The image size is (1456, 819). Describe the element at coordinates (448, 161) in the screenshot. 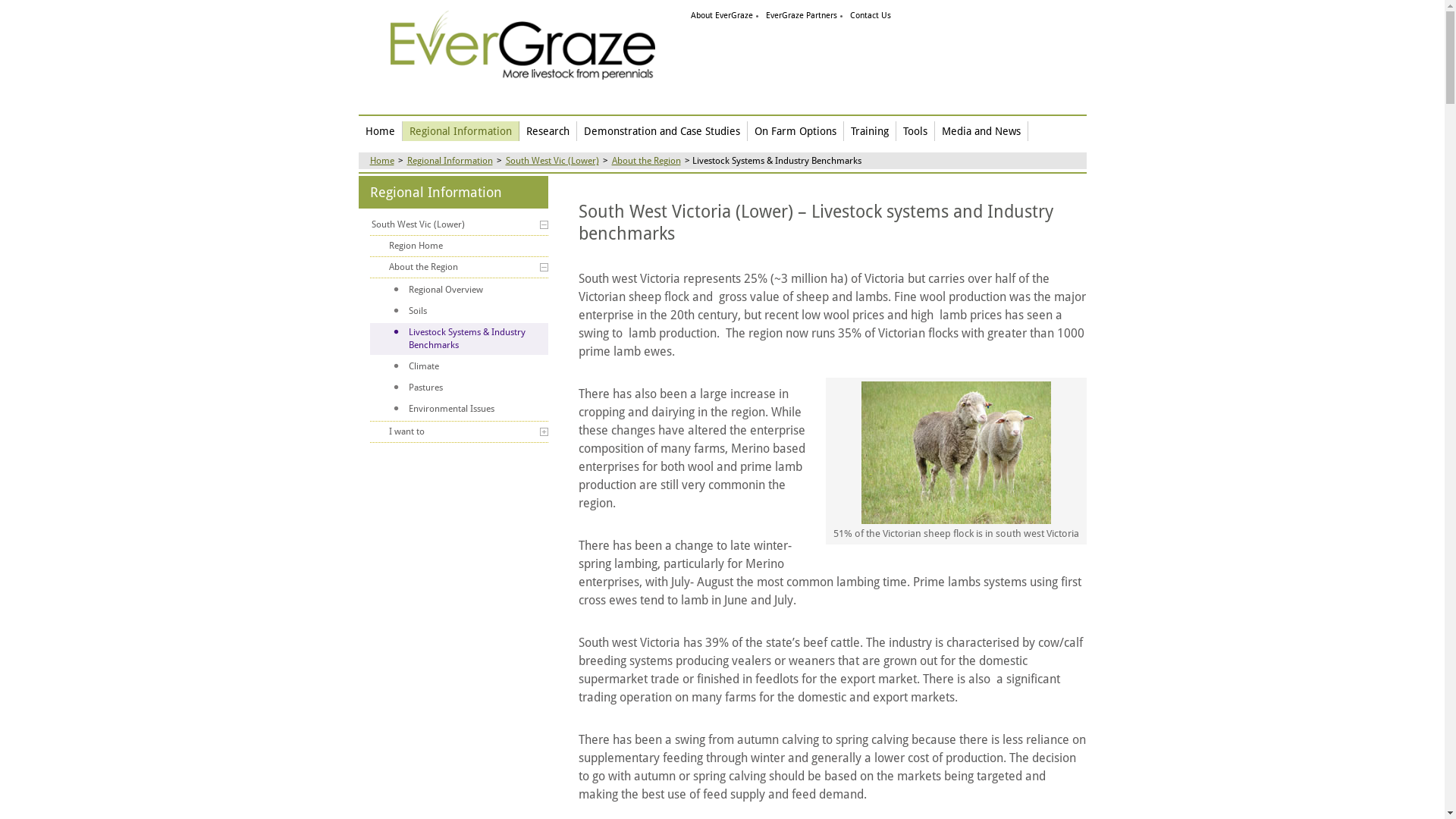

I see `'Regional Information'` at that location.